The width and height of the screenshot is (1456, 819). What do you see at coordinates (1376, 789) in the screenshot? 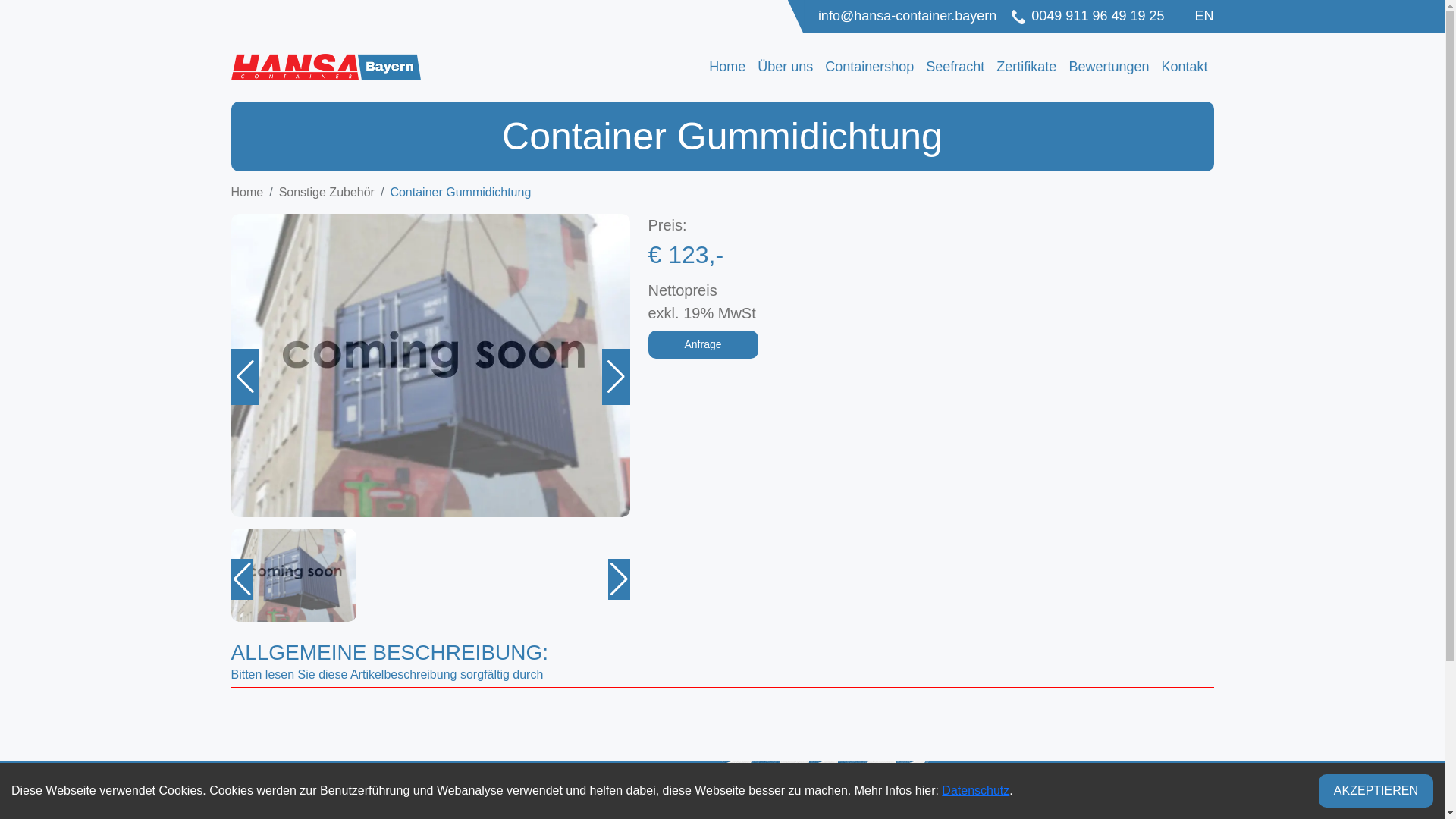
I see `'AKZEPTIEREN'` at bounding box center [1376, 789].